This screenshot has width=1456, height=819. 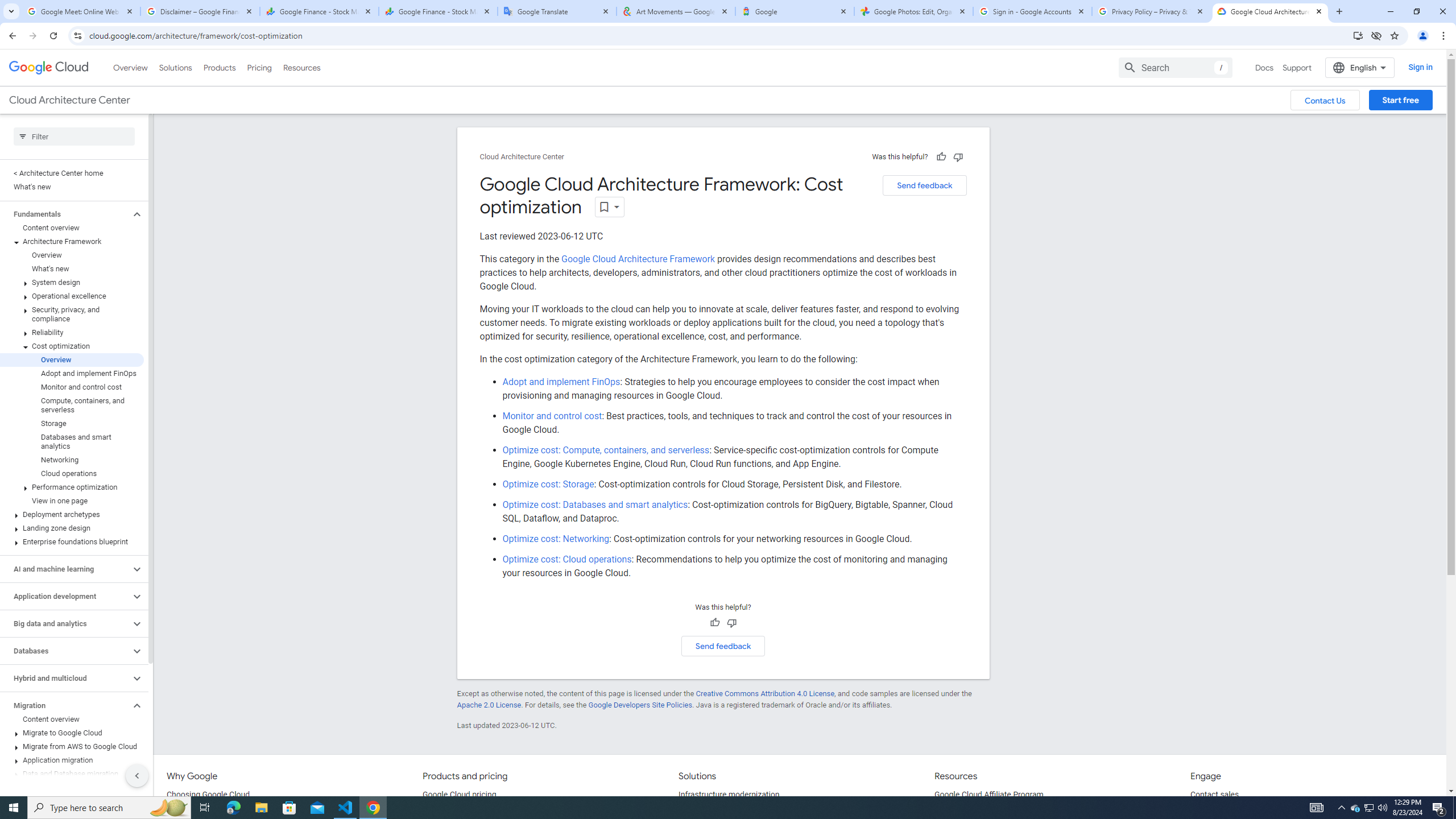 What do you see at coordinates (72, 241) in the screenshot?
I see `'Architecture Framework'` at bounding box center [72, 241].